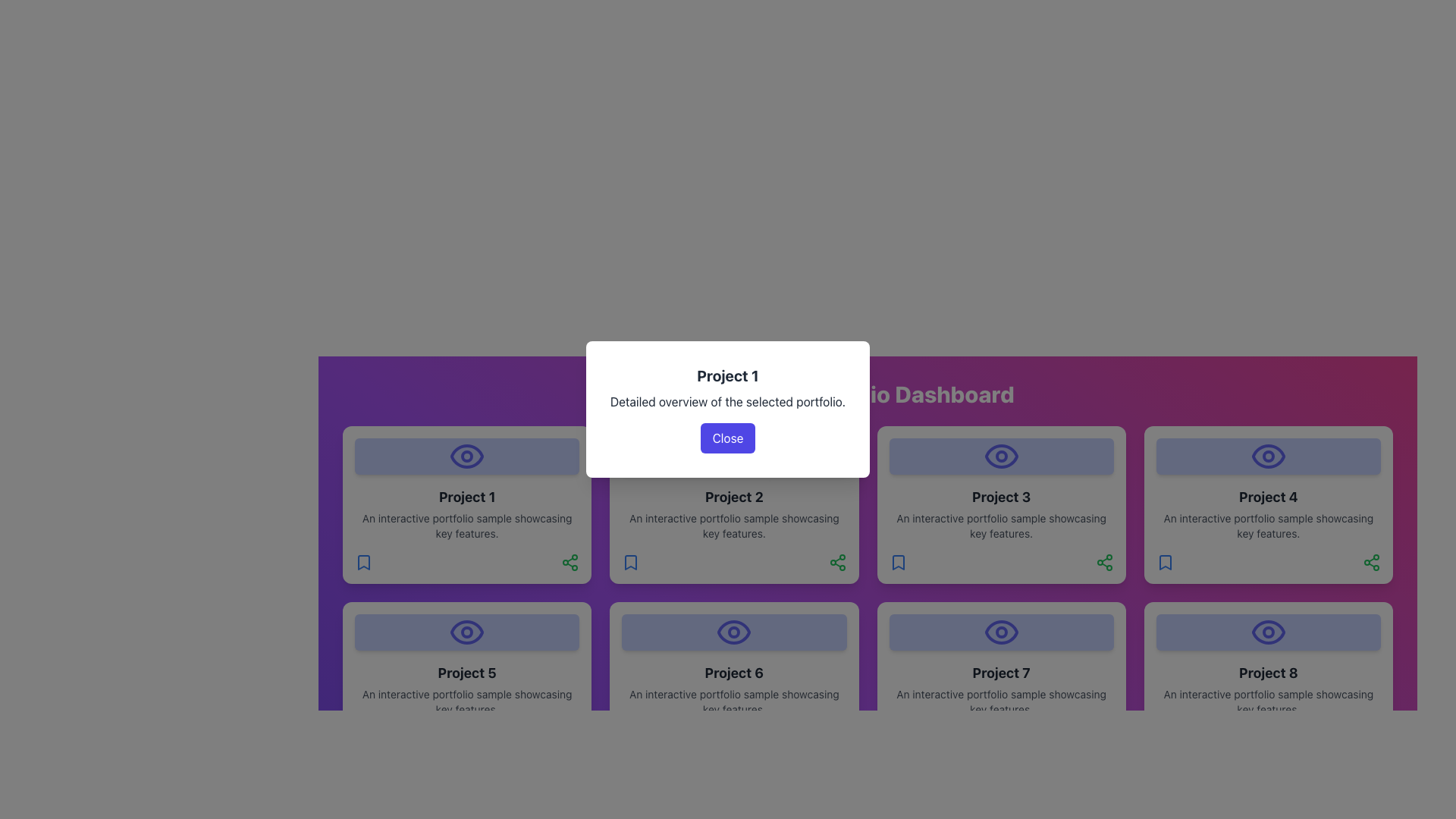 This screenshot has height=819, width=1456. I want to click on the descriptive text located below the title 'Project 3' within the rectangular card, which is the second textual element beneath the visual icon, so click(1001, 526).